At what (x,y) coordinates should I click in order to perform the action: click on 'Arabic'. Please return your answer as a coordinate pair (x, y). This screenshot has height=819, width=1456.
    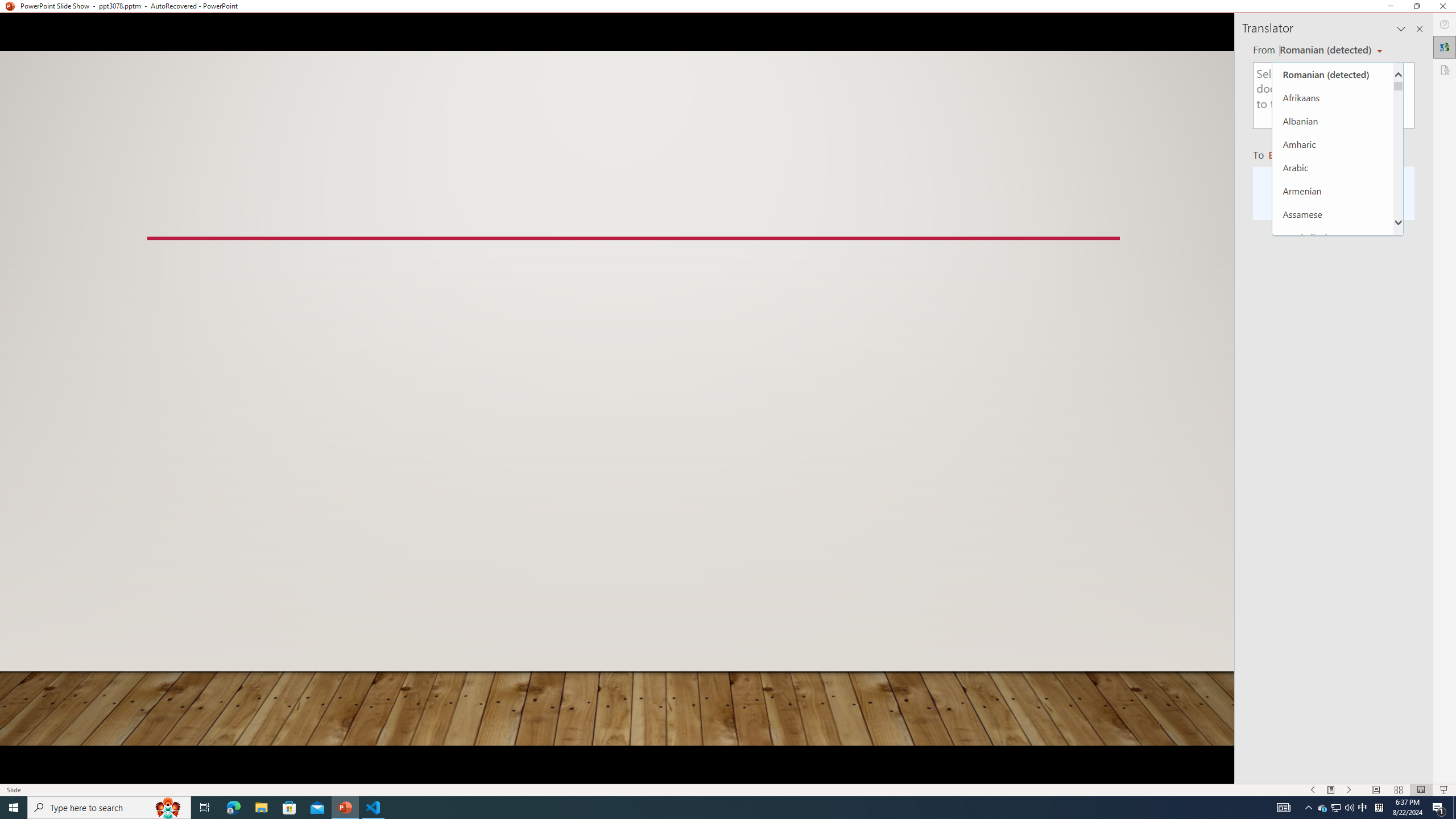
    Looking at the image, I should click on (1333, 167).